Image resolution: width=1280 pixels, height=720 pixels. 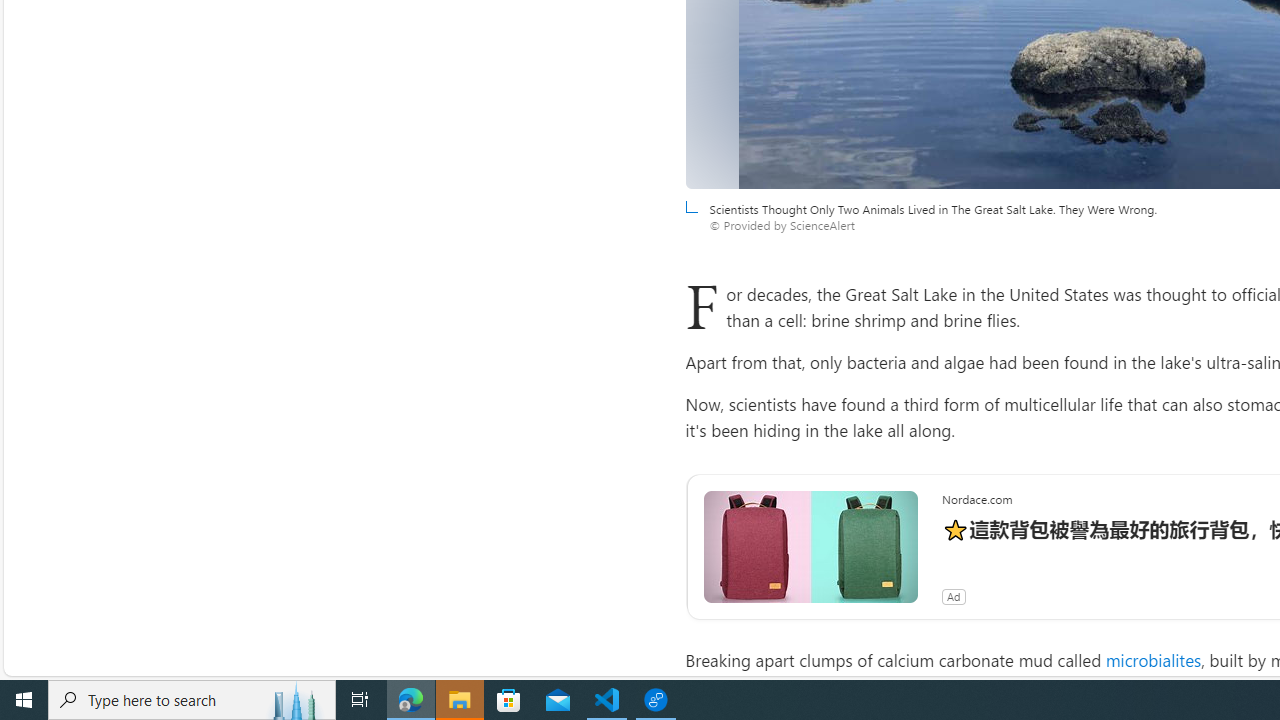 I want to click on 'microbialites', so click(x=1153, y=659).